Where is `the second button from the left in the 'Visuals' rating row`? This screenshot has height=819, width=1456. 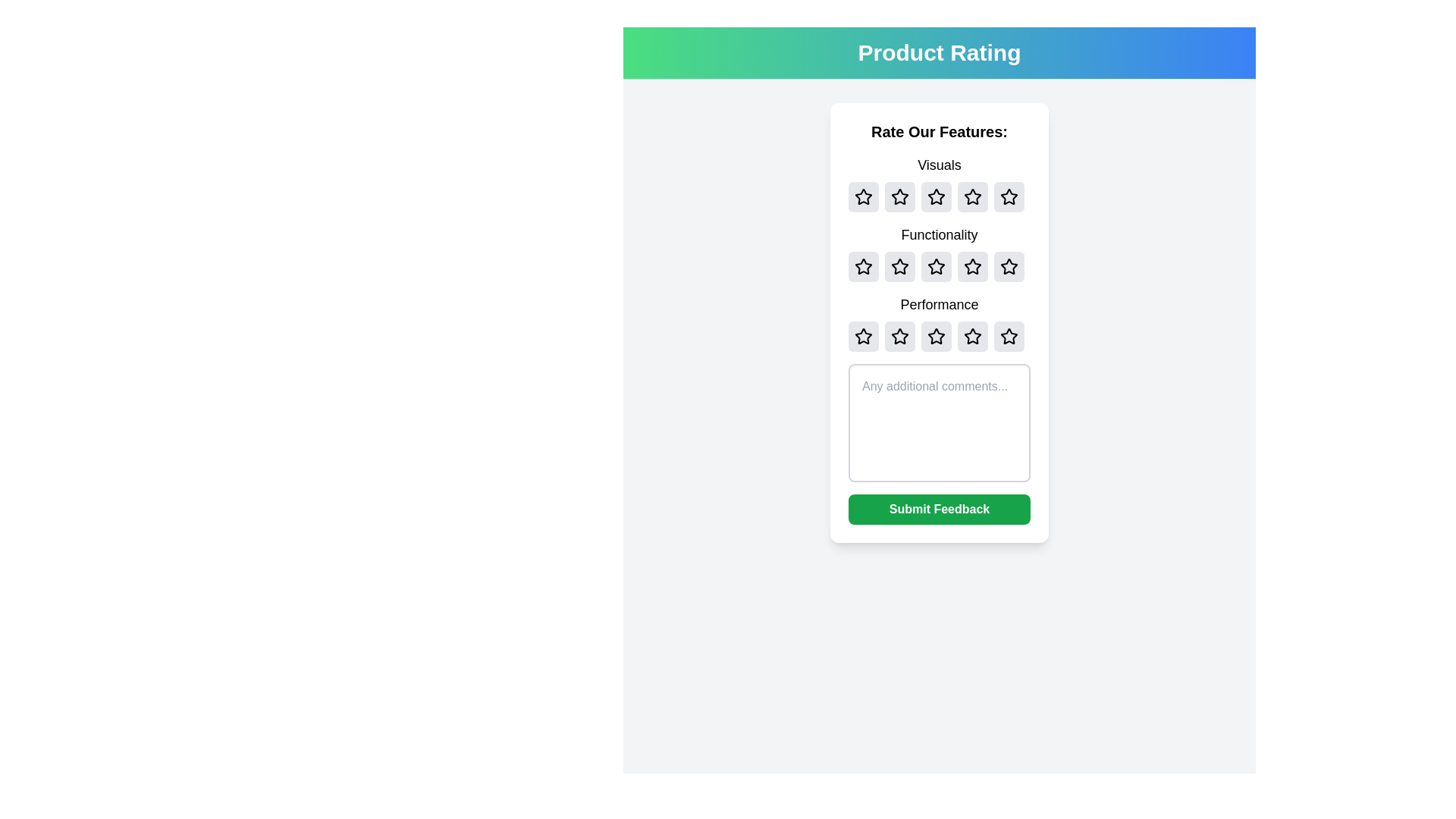
the second button from the left in the 'Visuals' rating row is located at coordinates (899, 196).